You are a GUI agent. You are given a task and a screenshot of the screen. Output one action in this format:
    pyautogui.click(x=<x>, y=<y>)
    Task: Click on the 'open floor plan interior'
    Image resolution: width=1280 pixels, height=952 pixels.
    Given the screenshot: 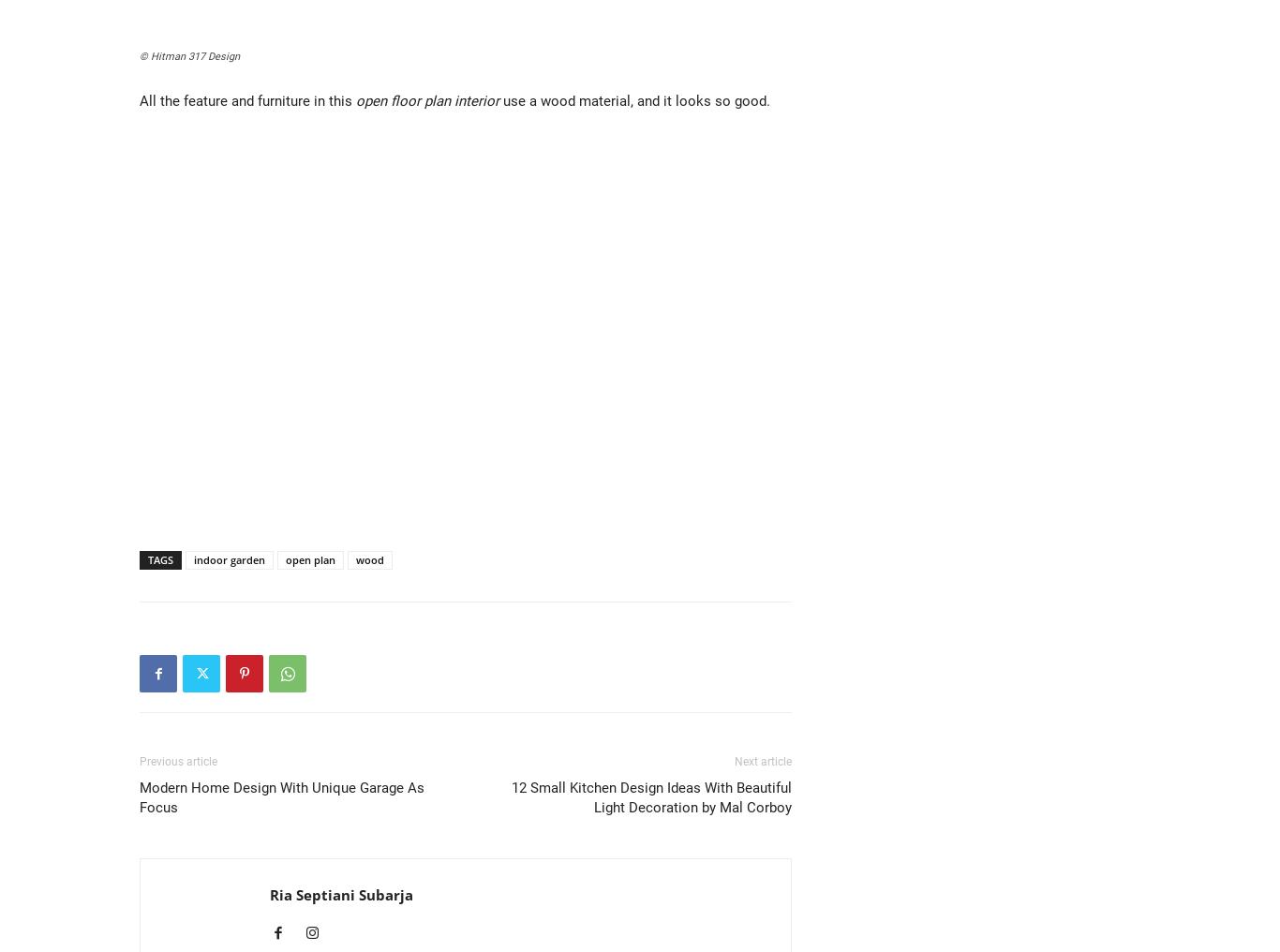 What is the action you would take?
    pyautogui.click(x=427, y=101)
    